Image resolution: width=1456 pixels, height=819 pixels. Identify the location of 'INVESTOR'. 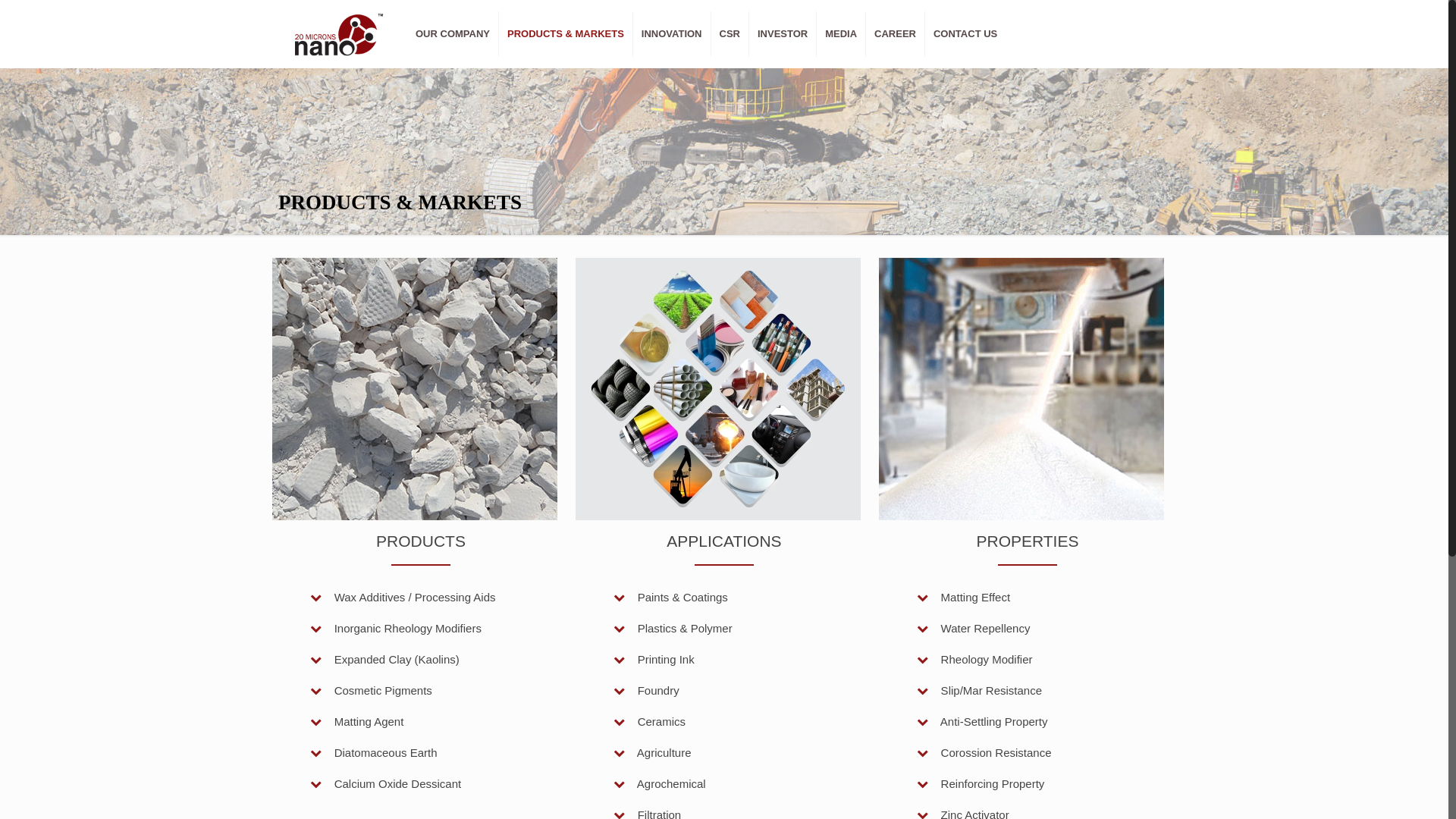
(783, 34).